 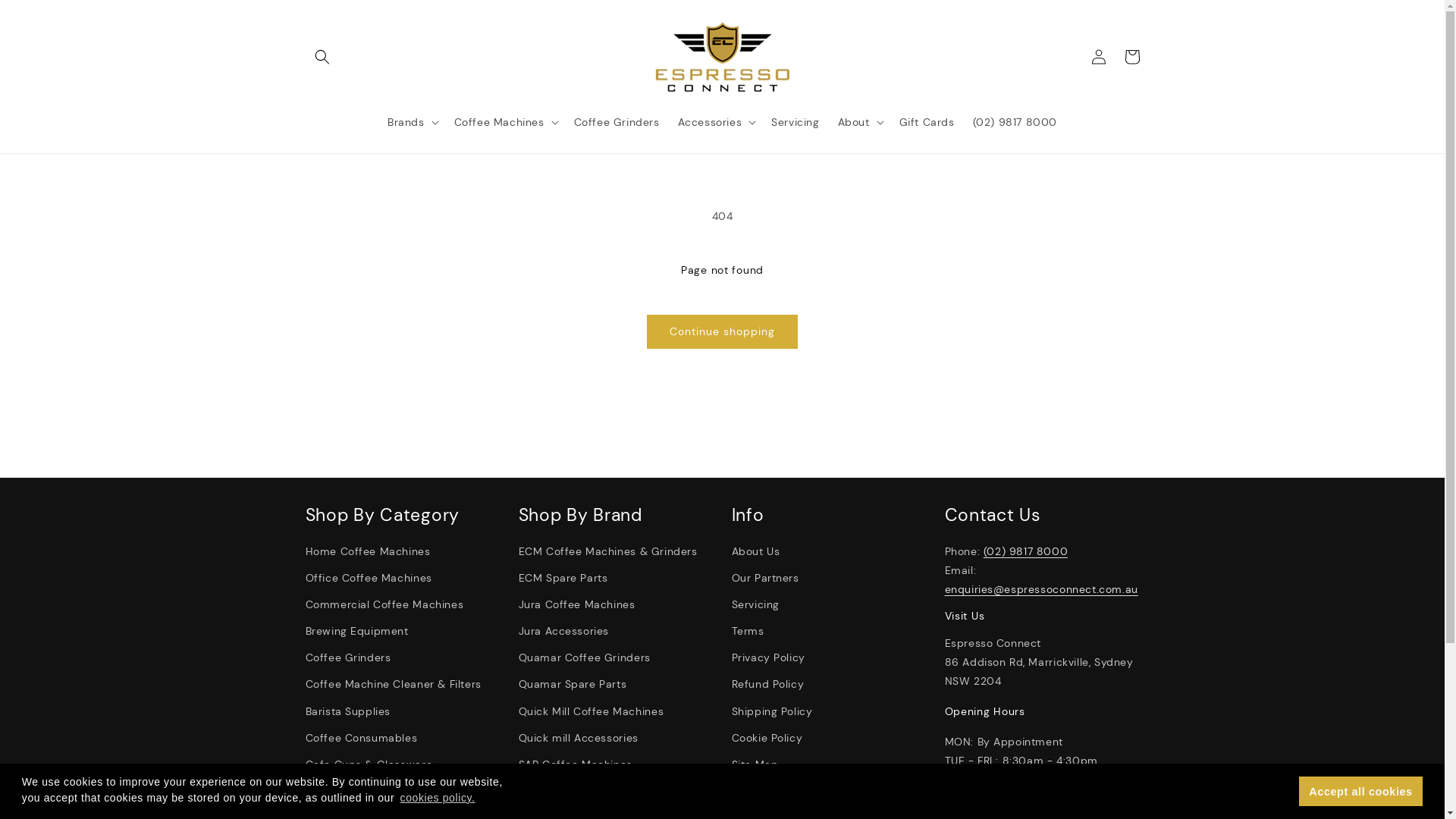 What do you see at coordinates (764, 578) in the screenshot?
I see `'Our Partners'` at bounding box center [764, 578].